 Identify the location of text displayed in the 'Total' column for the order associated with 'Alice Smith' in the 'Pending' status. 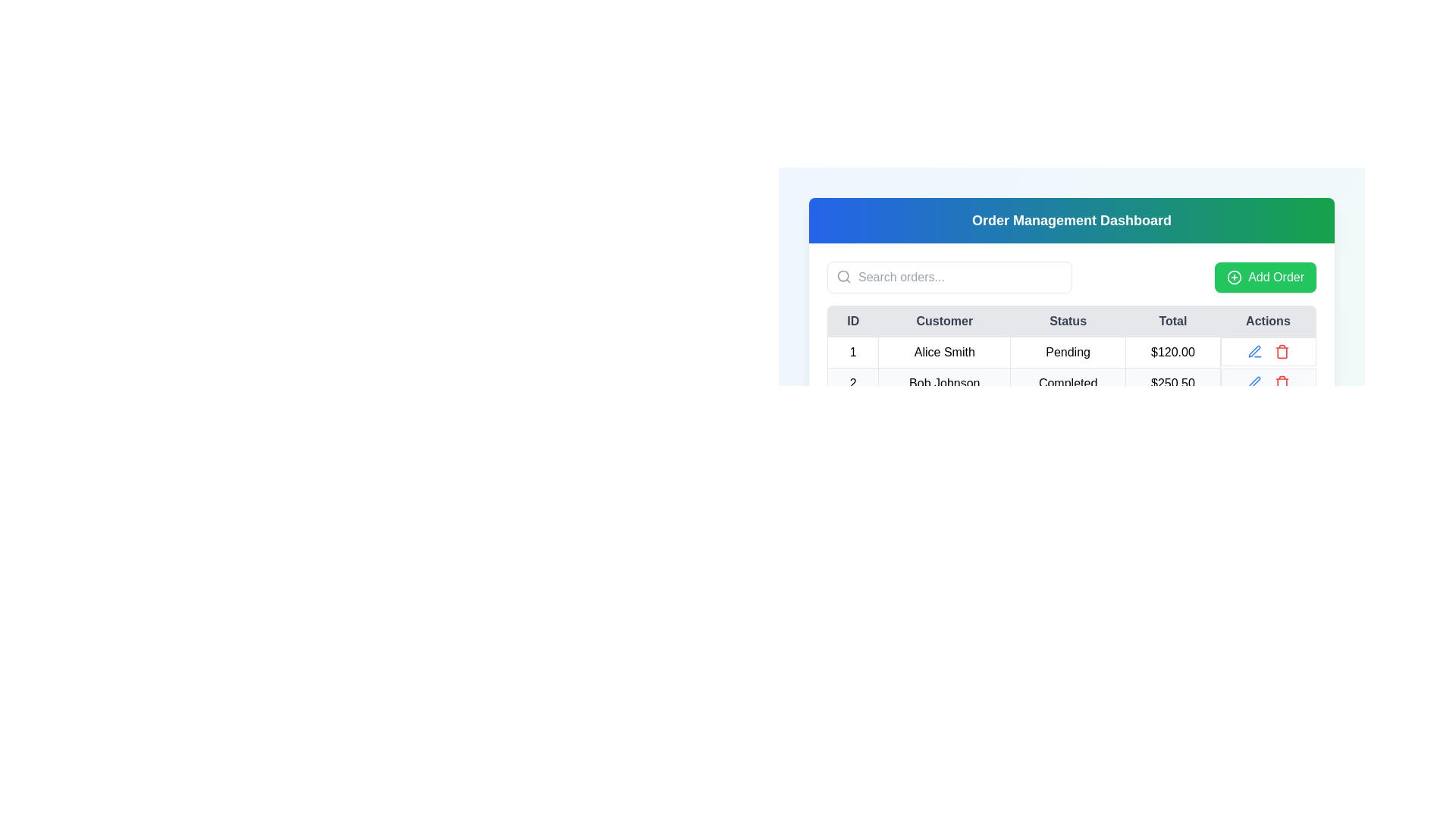
(1172, 353).